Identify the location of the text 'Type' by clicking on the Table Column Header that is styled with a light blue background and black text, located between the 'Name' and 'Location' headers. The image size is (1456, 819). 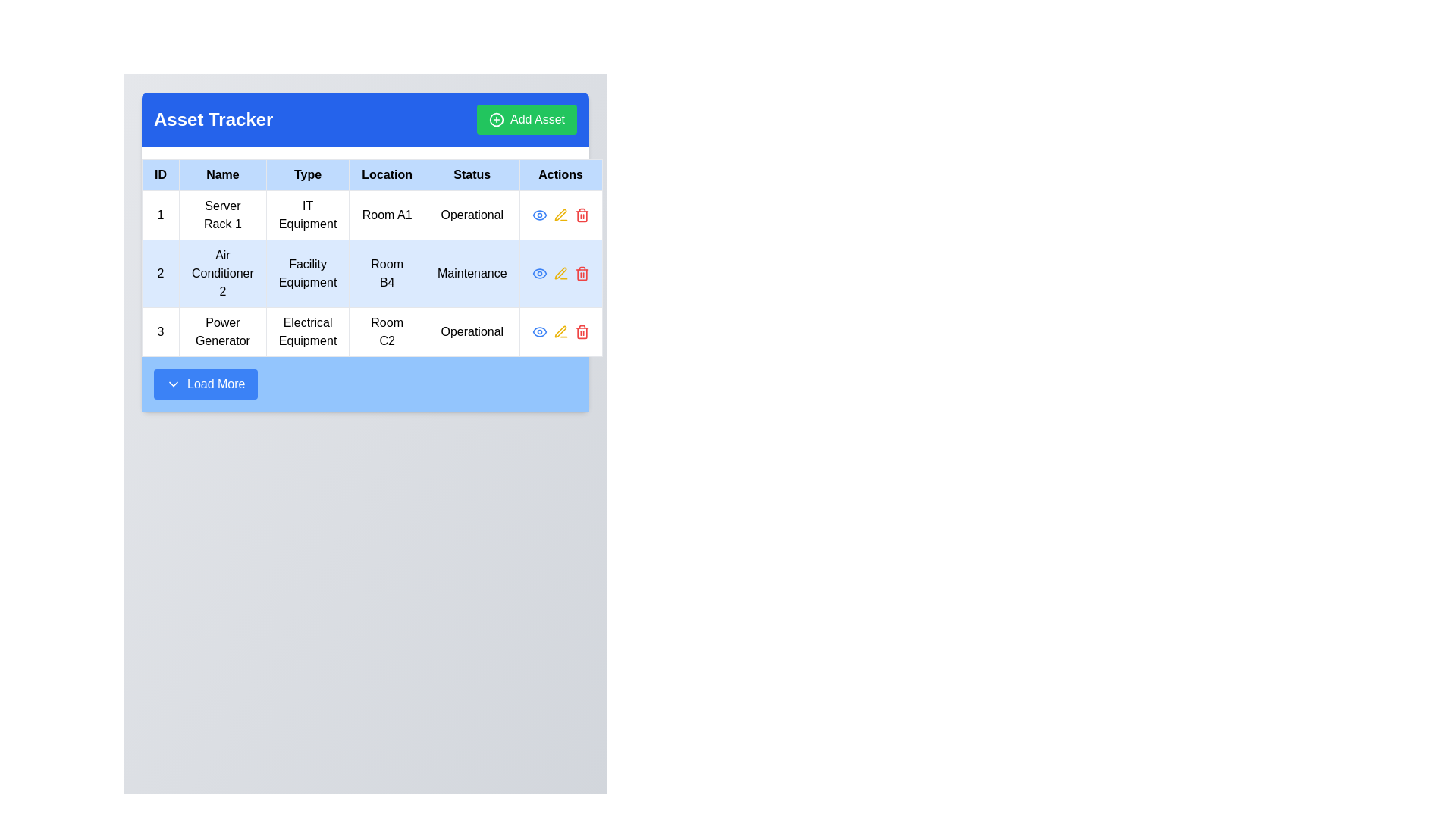
(307, 174).